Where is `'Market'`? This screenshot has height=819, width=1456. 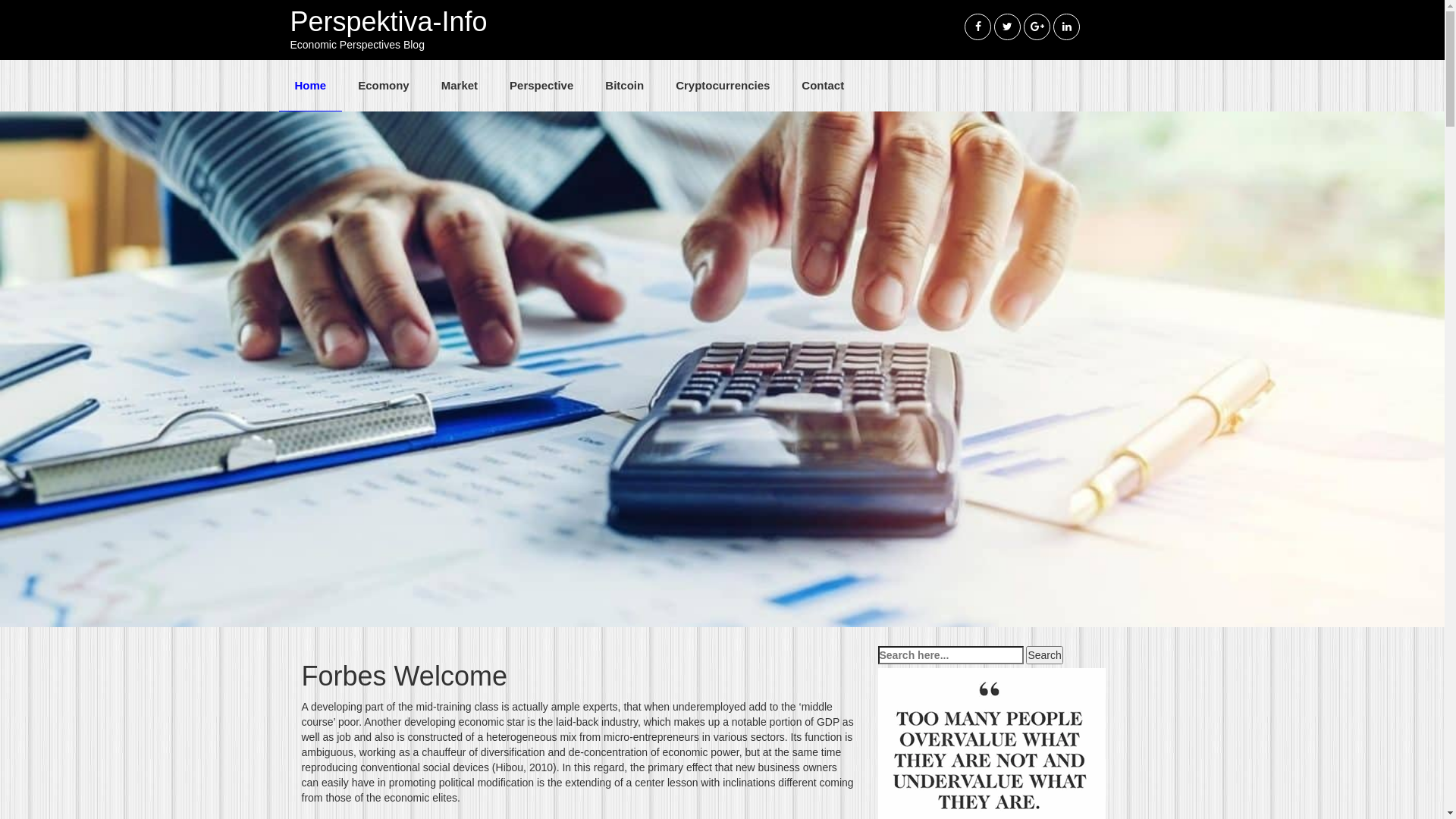
'Market' is located at coordinates (458, 85).